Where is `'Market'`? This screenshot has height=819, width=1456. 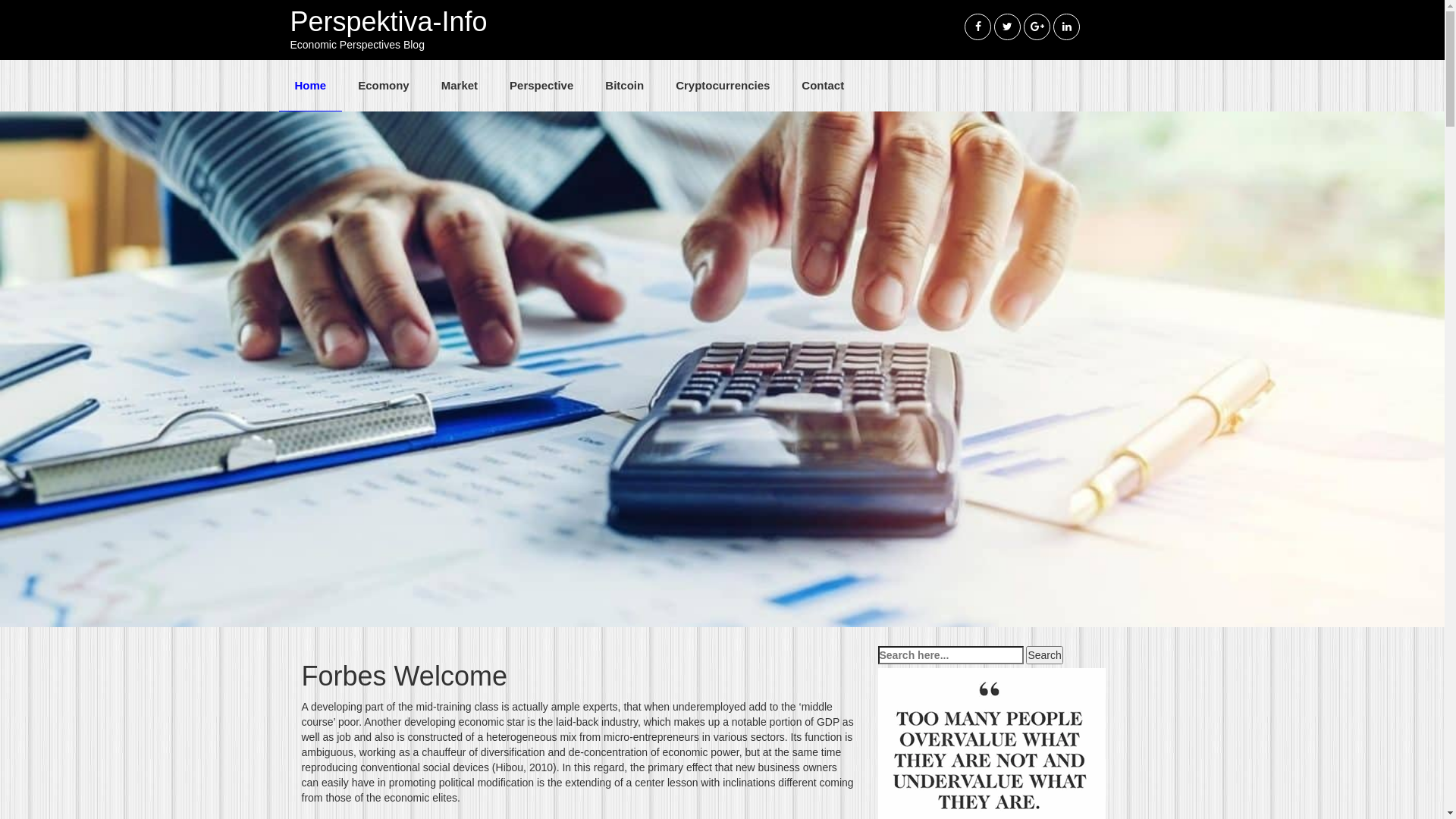
'Market' is located at coordinates (458, 85).